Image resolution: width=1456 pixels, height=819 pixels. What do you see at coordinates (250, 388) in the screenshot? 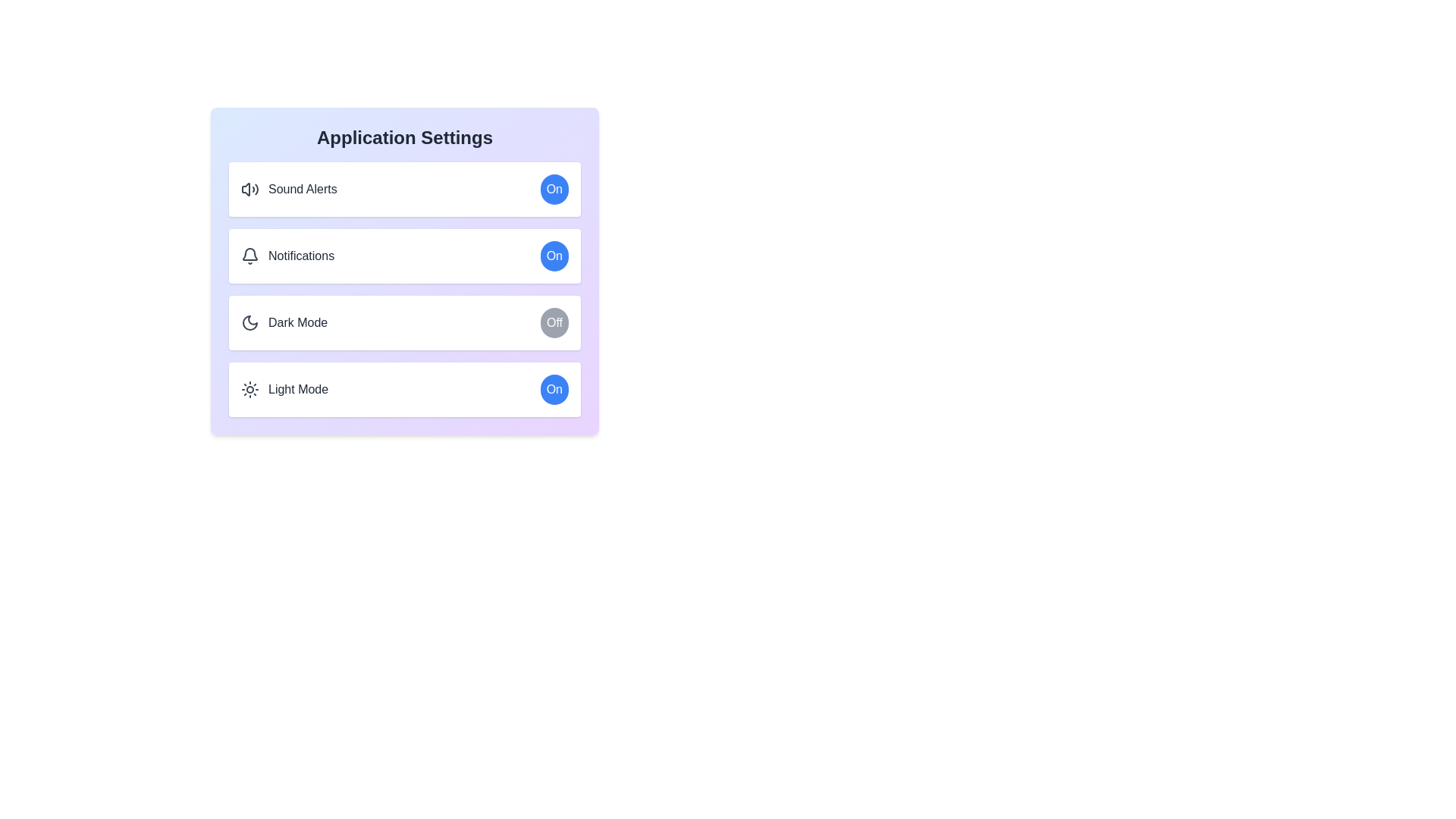
I see `the sun icon representing 'Light Mode', which is a circular symbol with radiating lines located in the fourth row of the settings list` at bounding box center [250, 388].